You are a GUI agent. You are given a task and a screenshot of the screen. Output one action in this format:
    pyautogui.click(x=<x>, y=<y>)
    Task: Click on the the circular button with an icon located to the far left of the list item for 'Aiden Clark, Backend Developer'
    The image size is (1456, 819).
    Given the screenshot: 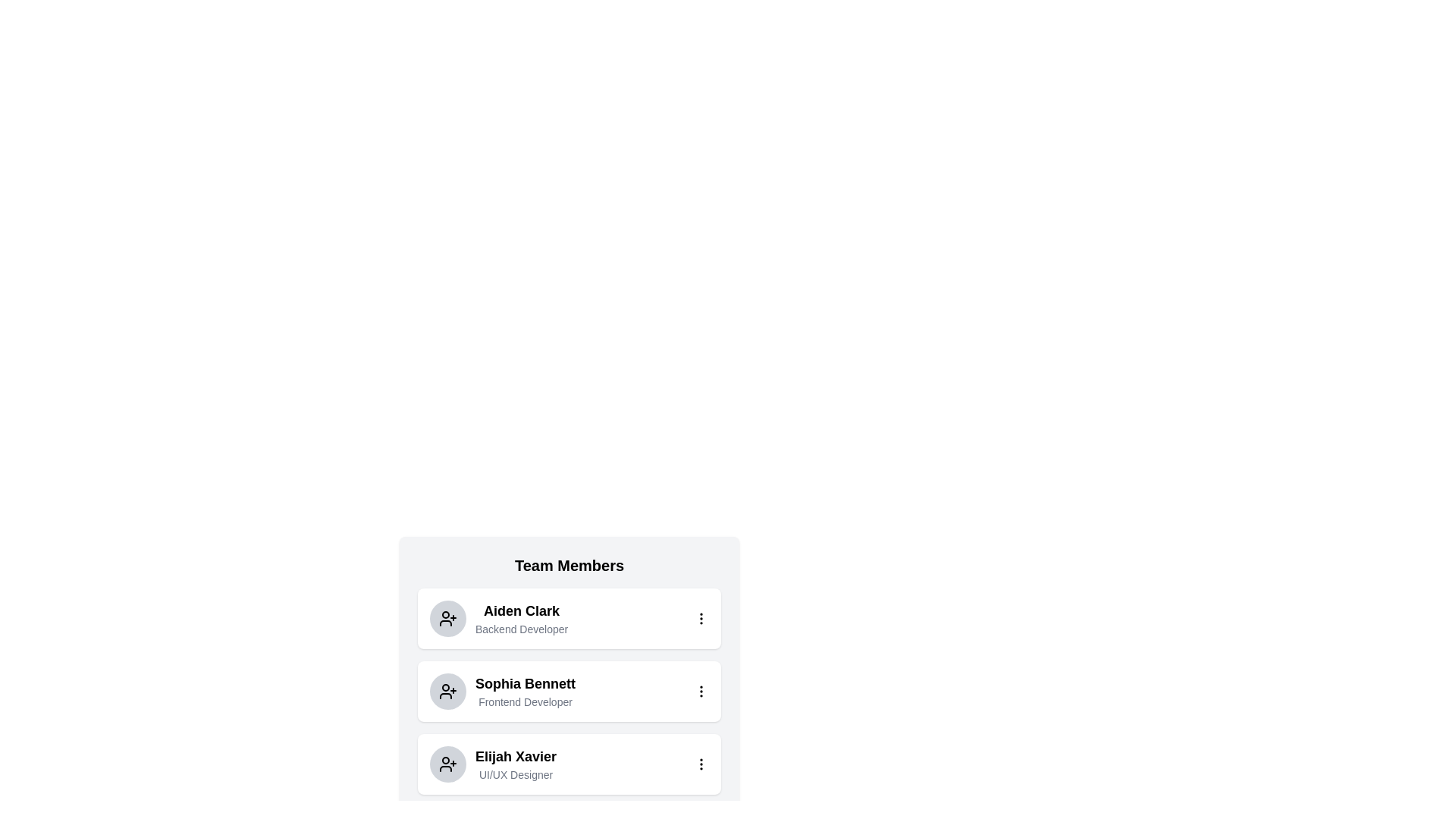 What is the action you would take?
    pyautogui.click(x=447, y=619)
    